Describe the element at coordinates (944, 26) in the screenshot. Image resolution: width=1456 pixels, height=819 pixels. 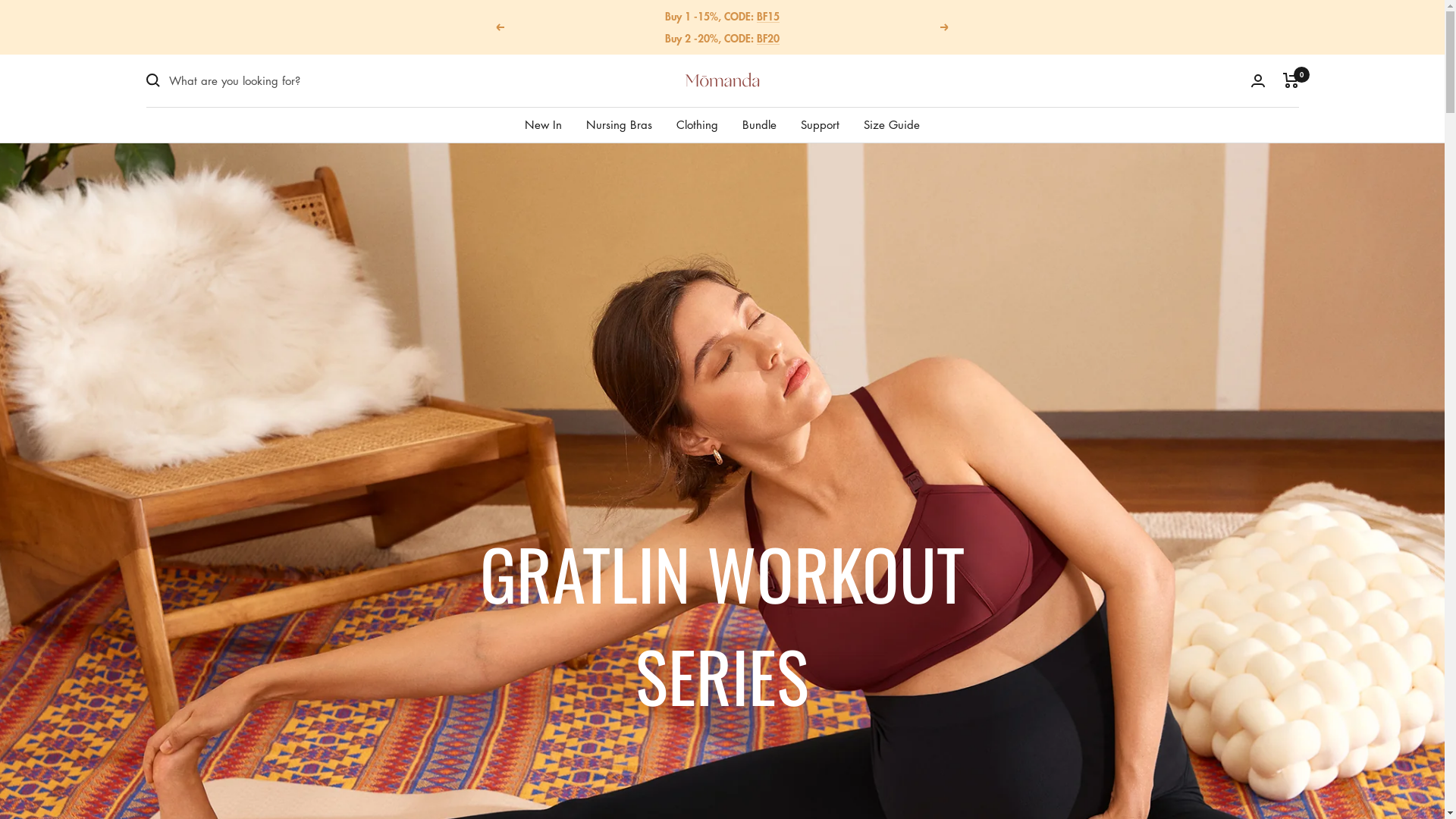
I see `'Next'` at that location.